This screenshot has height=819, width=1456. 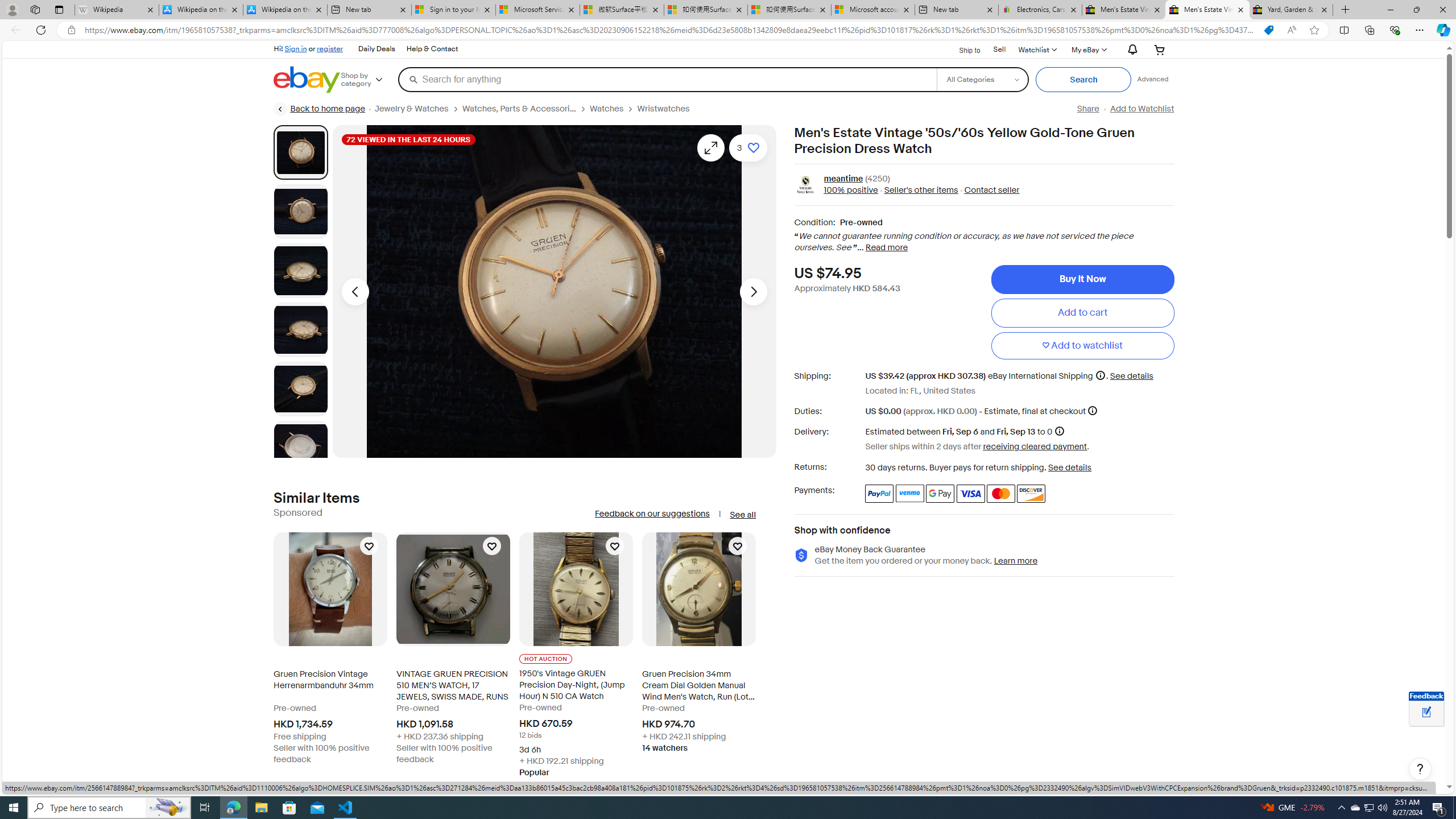 I want to click on 'Feedback on our suggestions', so click(x=651, y=514).